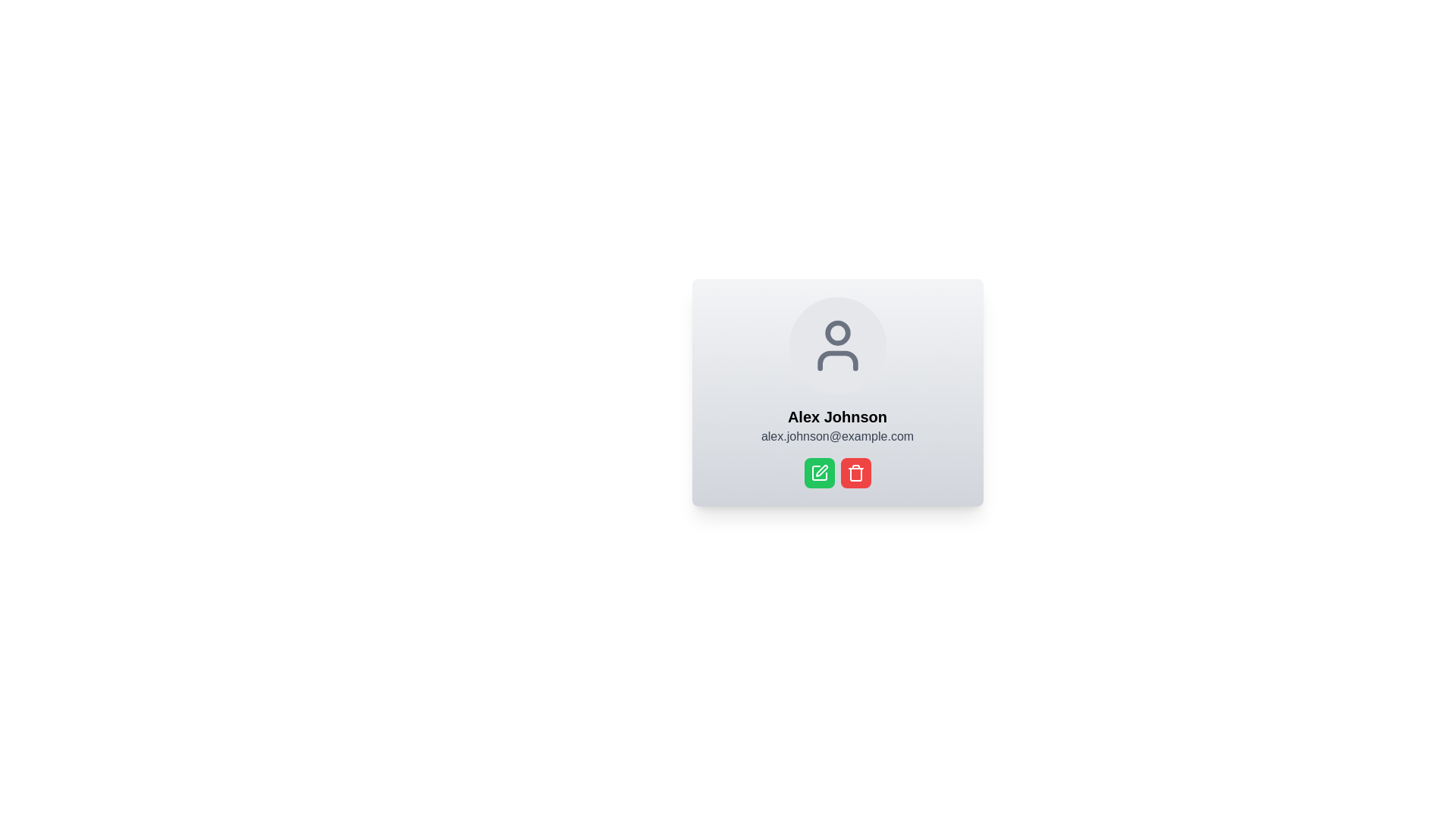  I want to click on the leftmost 'Edit' button located at the bottom center of the card to initiate the editing process for the associated user profile or data, so click(818, 472).